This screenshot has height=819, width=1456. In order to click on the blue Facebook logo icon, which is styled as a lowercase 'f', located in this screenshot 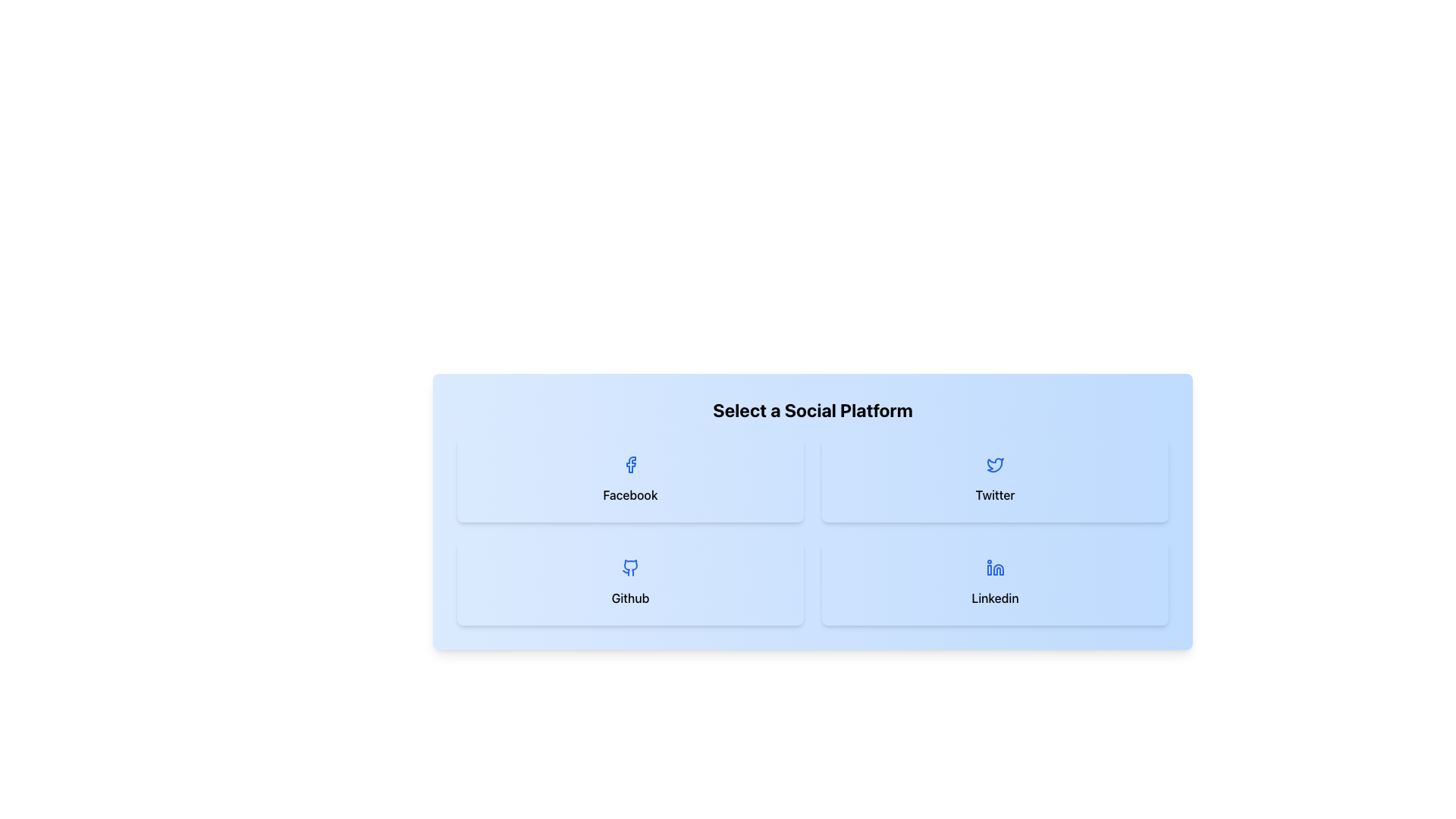, I will do `click(630, 464)`.